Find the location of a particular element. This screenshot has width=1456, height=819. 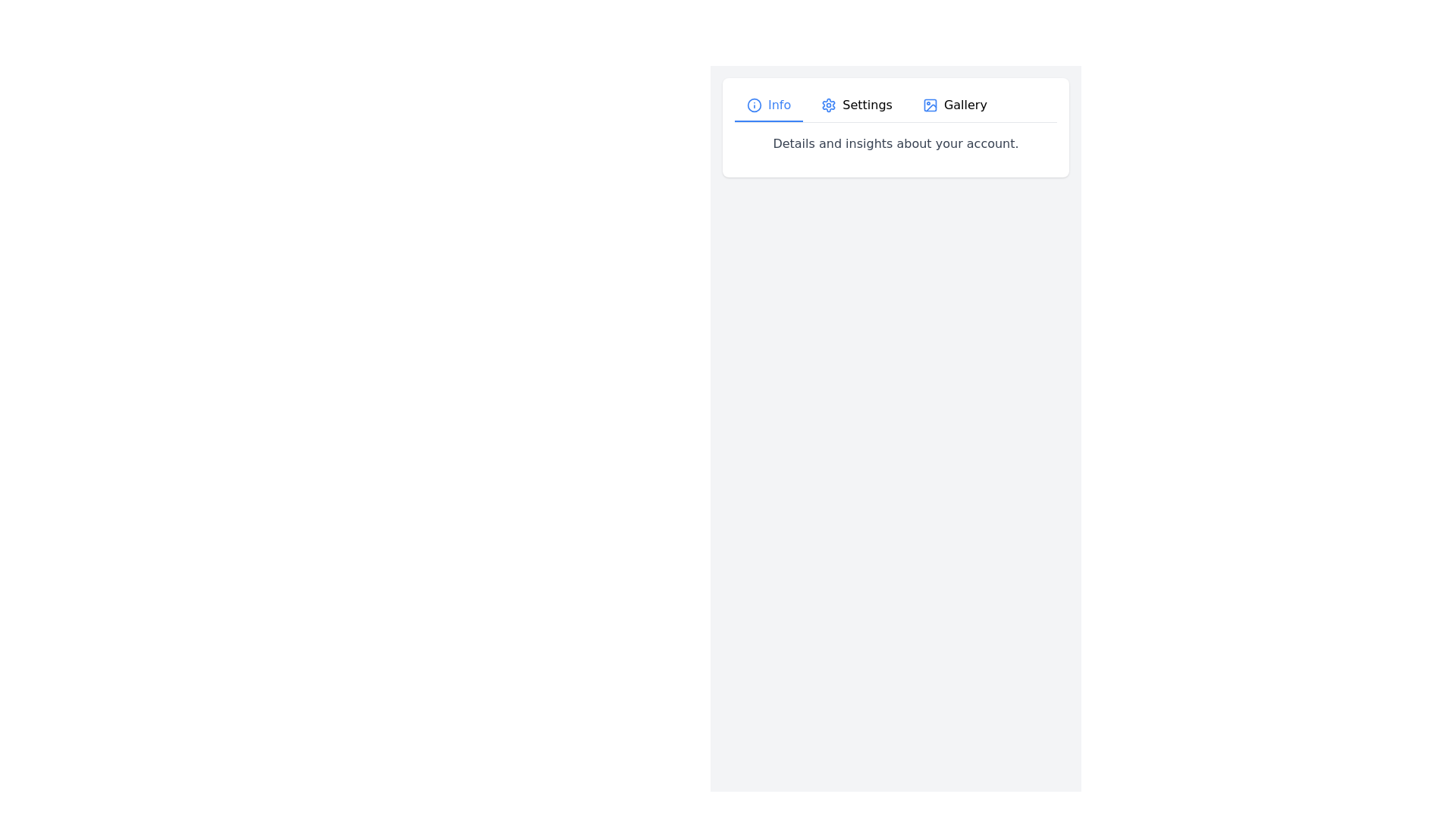

the 'Info' navigation tab, which is the first element in the horizontal navigation bar styled in blue and containing an 'i' icon is located at coordinates (768, 105).